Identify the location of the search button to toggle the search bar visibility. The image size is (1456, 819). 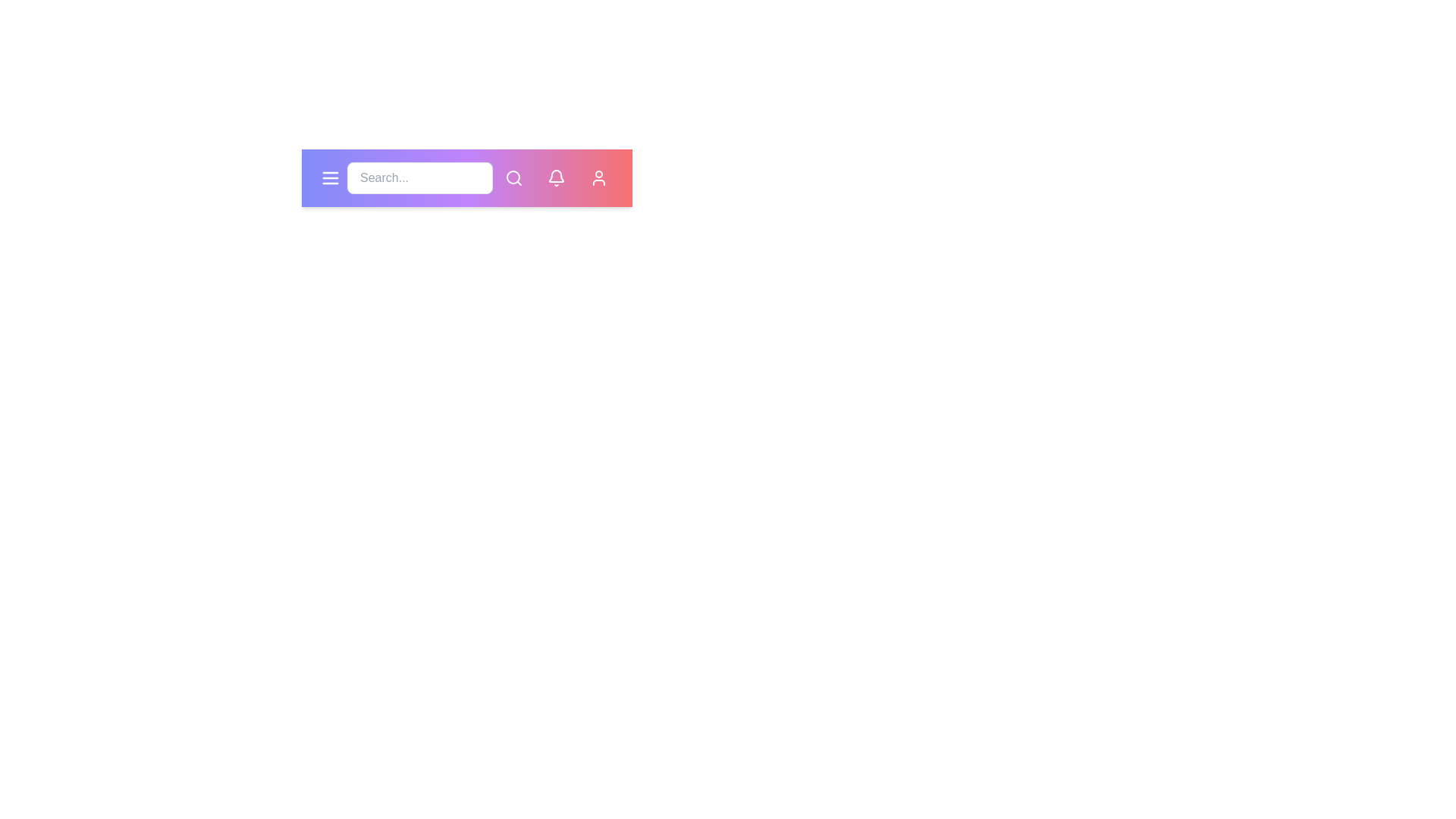
(513, 177).